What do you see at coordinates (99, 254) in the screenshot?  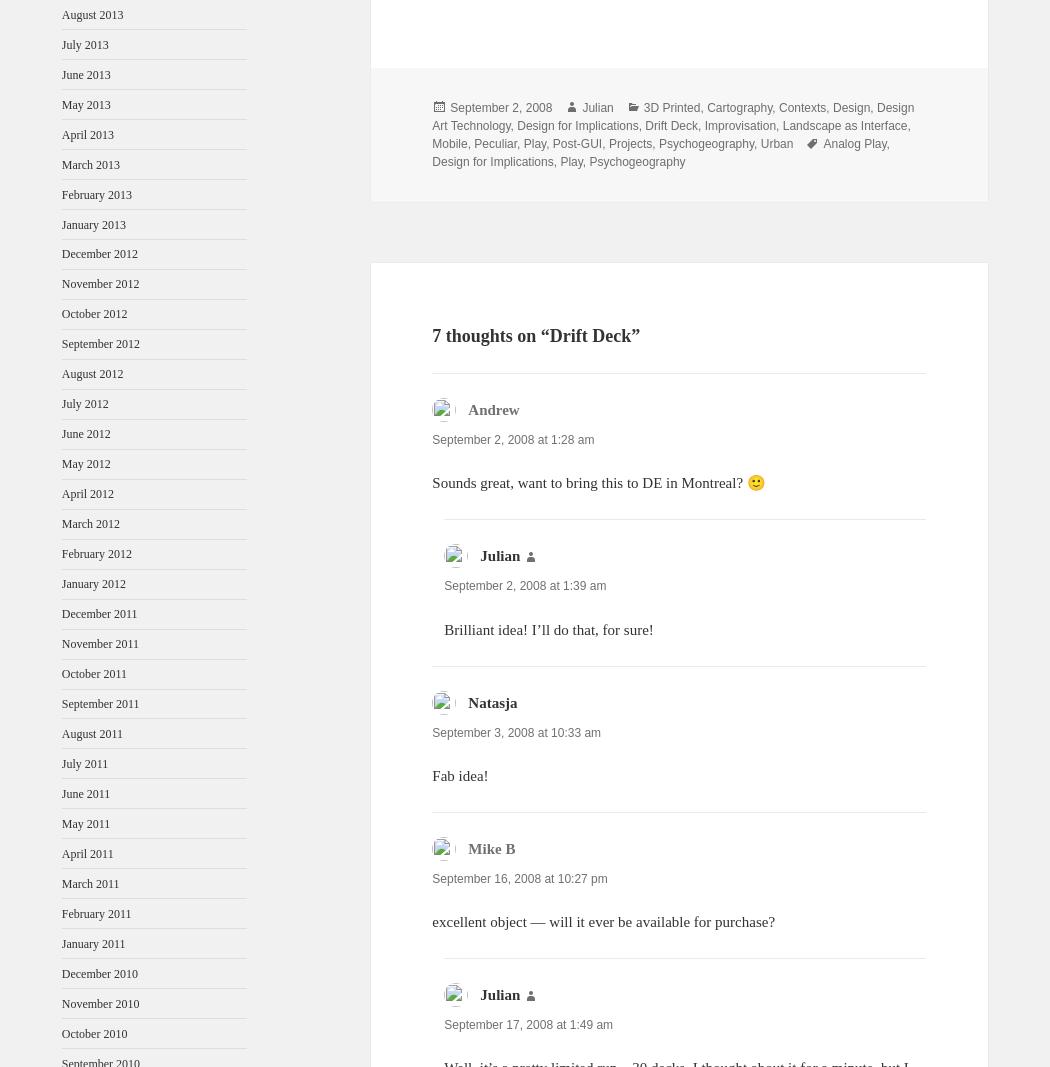 I see `'December 2012'` at bounding box center [99, 254].